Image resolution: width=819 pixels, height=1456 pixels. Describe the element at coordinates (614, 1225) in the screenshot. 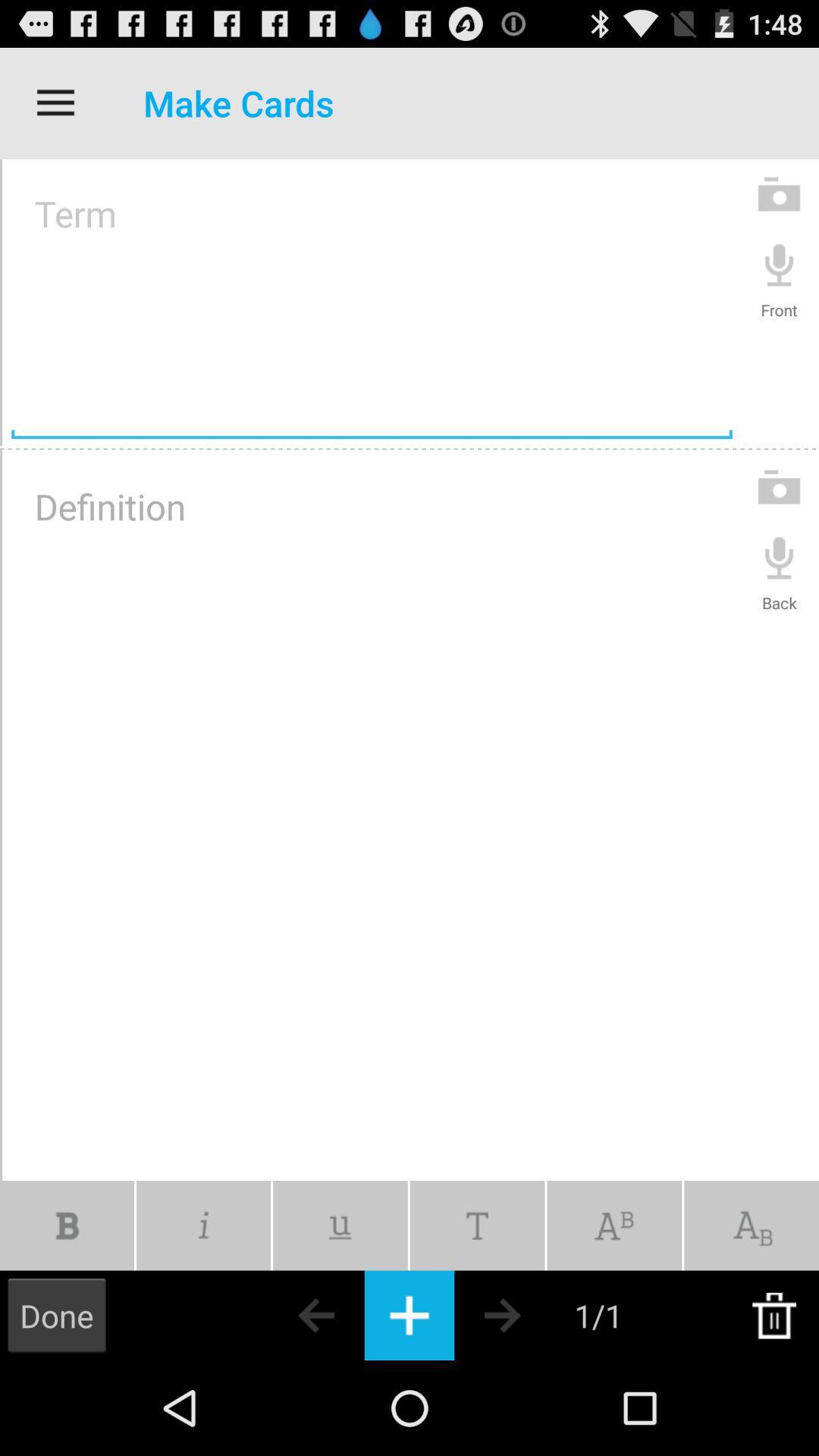

I see `letters box option` at that location.